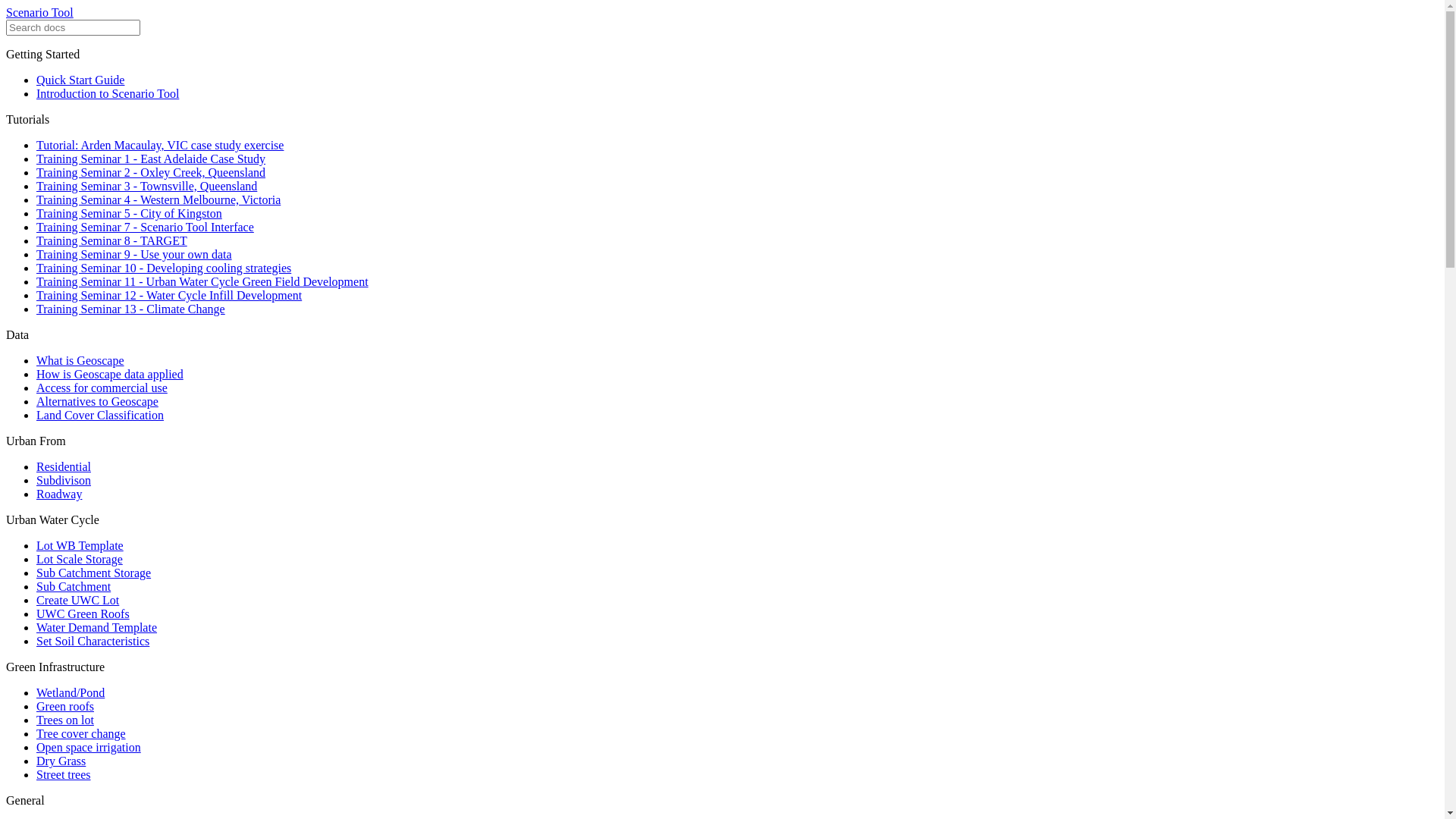 This screenshot has height=819, width=1456. Describe the element at coordinates (87, 746) in the screenshot. I see `'Open space irrigation'` at that location.